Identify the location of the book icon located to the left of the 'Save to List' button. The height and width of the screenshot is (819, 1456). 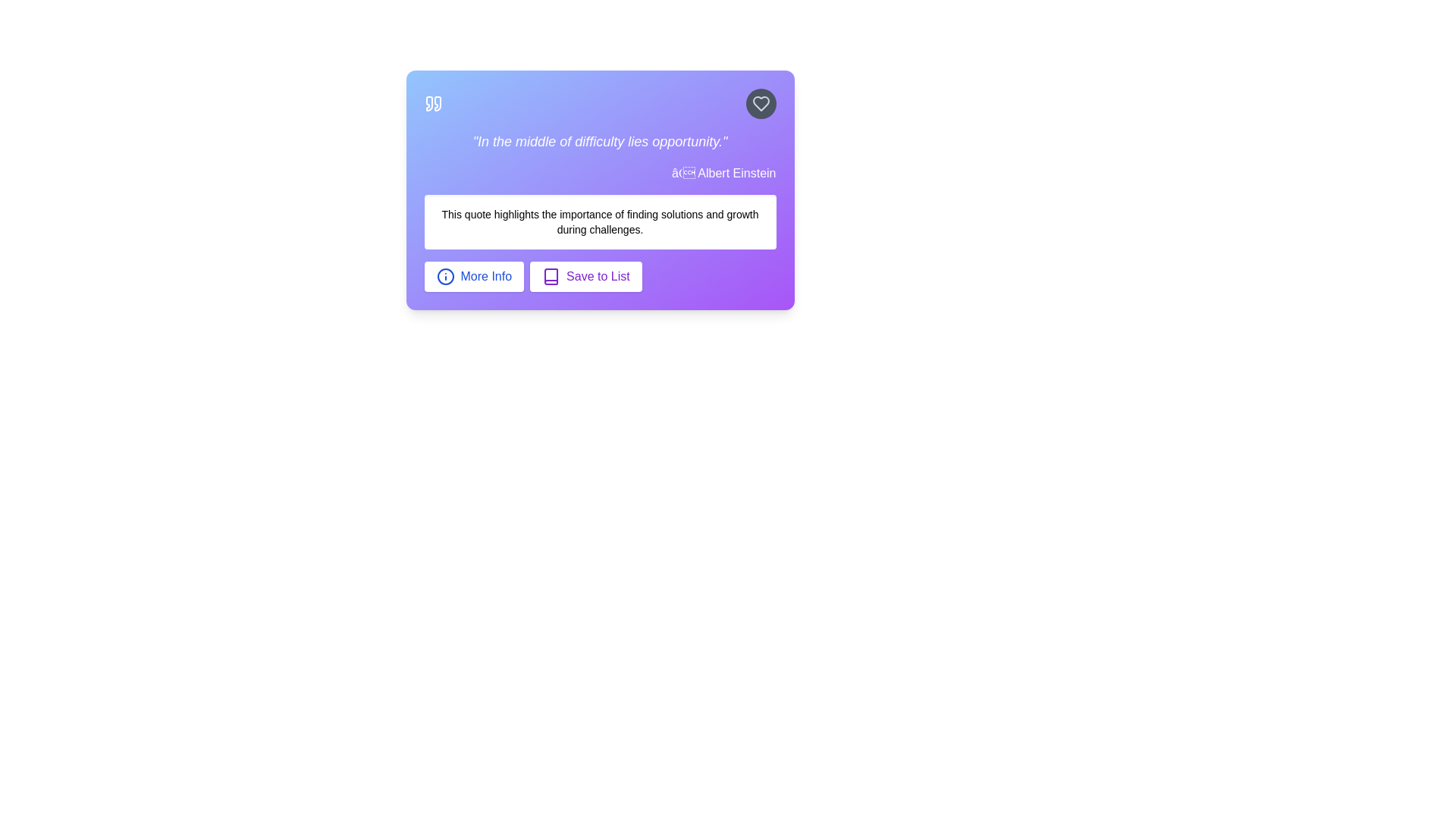
(551, 277).